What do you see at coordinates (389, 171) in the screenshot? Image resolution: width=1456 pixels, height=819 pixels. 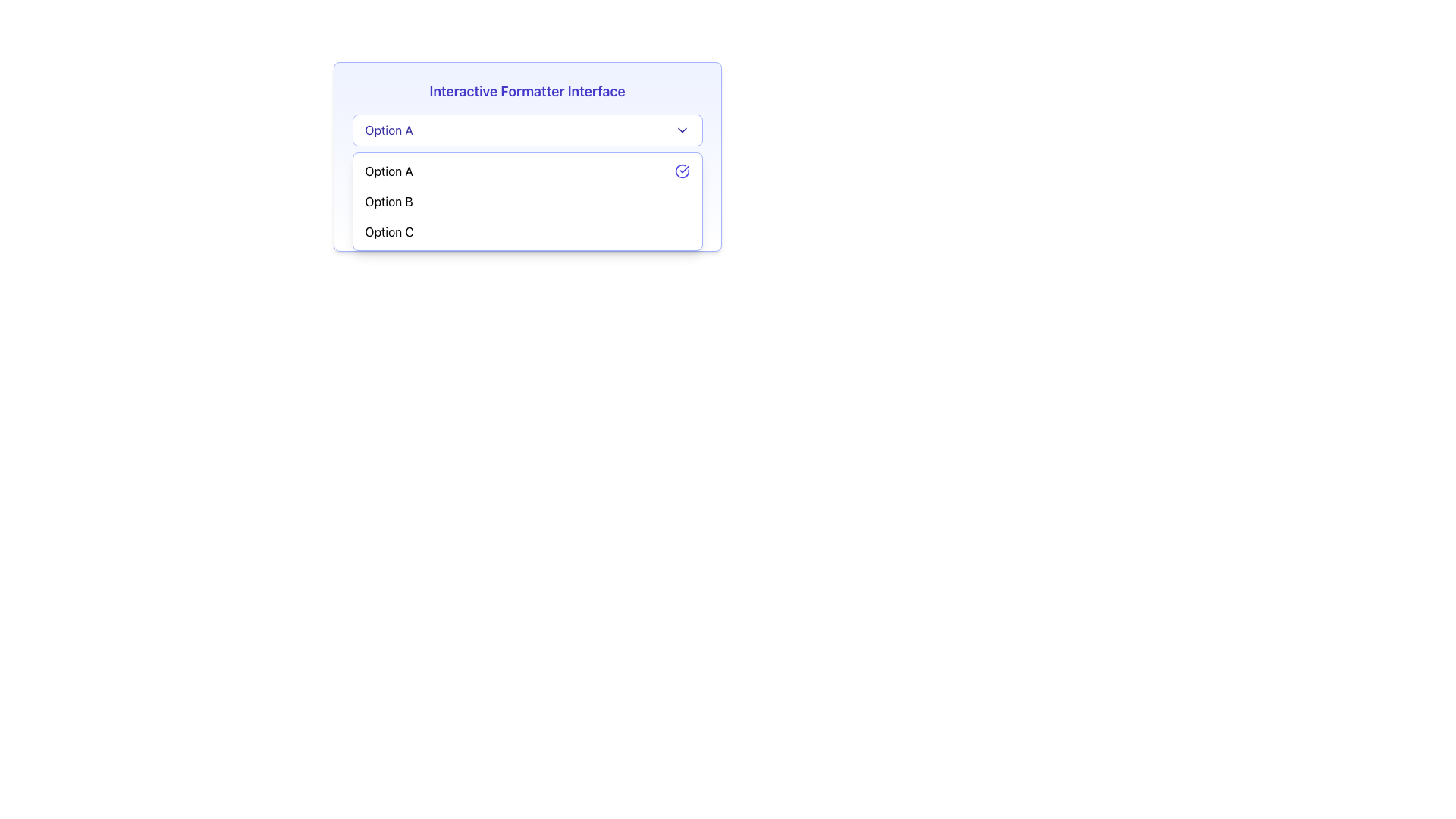 I see `the first option in the dropdown menu labeled 'Option A'` at bounding box center [389, 171].